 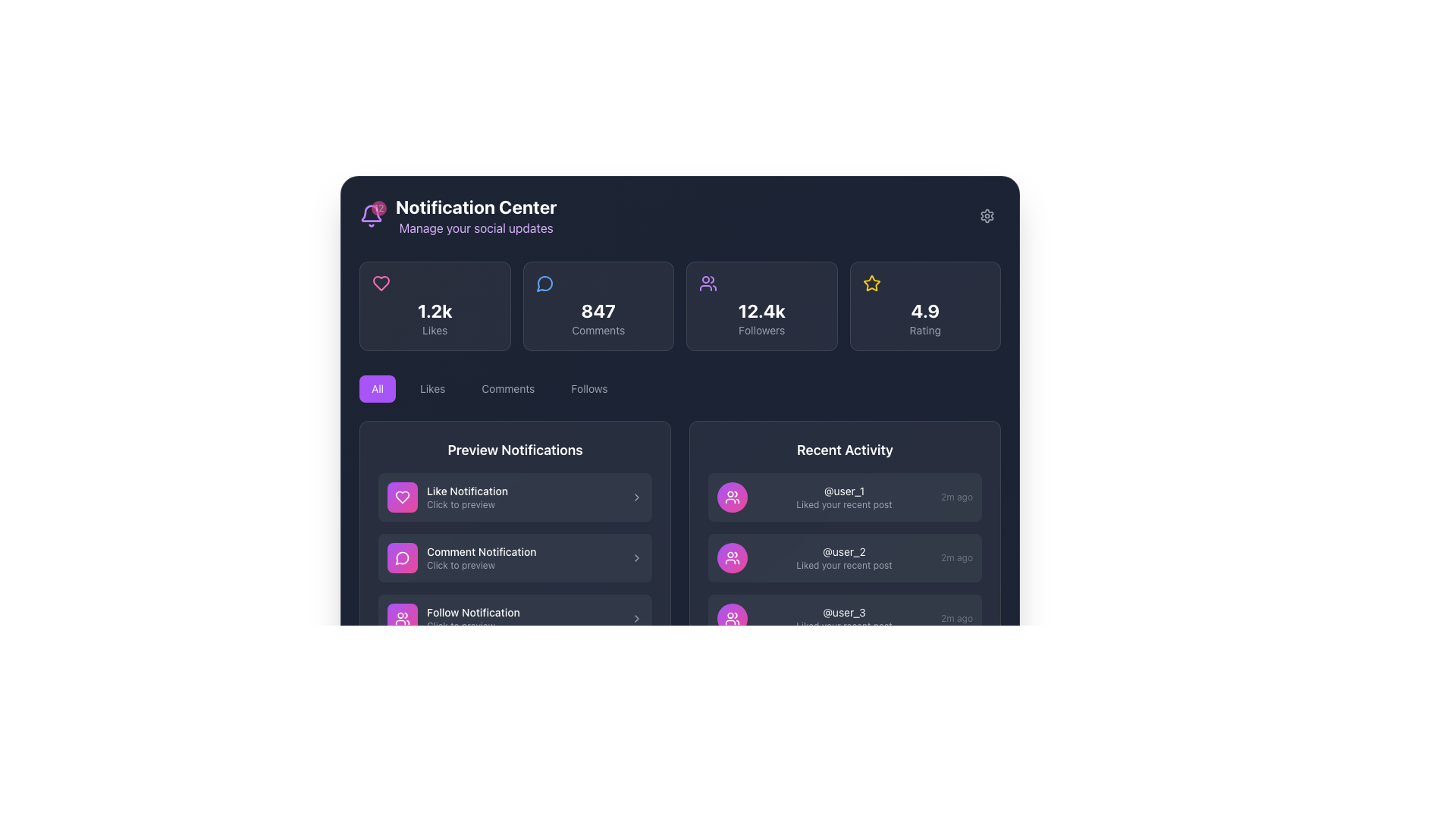 What do you see at coordinates (434, 329) in the screenshot?
I see `the small gray text label displaying 'Likes', which is positioned below the '1.2k' text in the first card of the Notification Center summary section` at bounding box center [434, 329].